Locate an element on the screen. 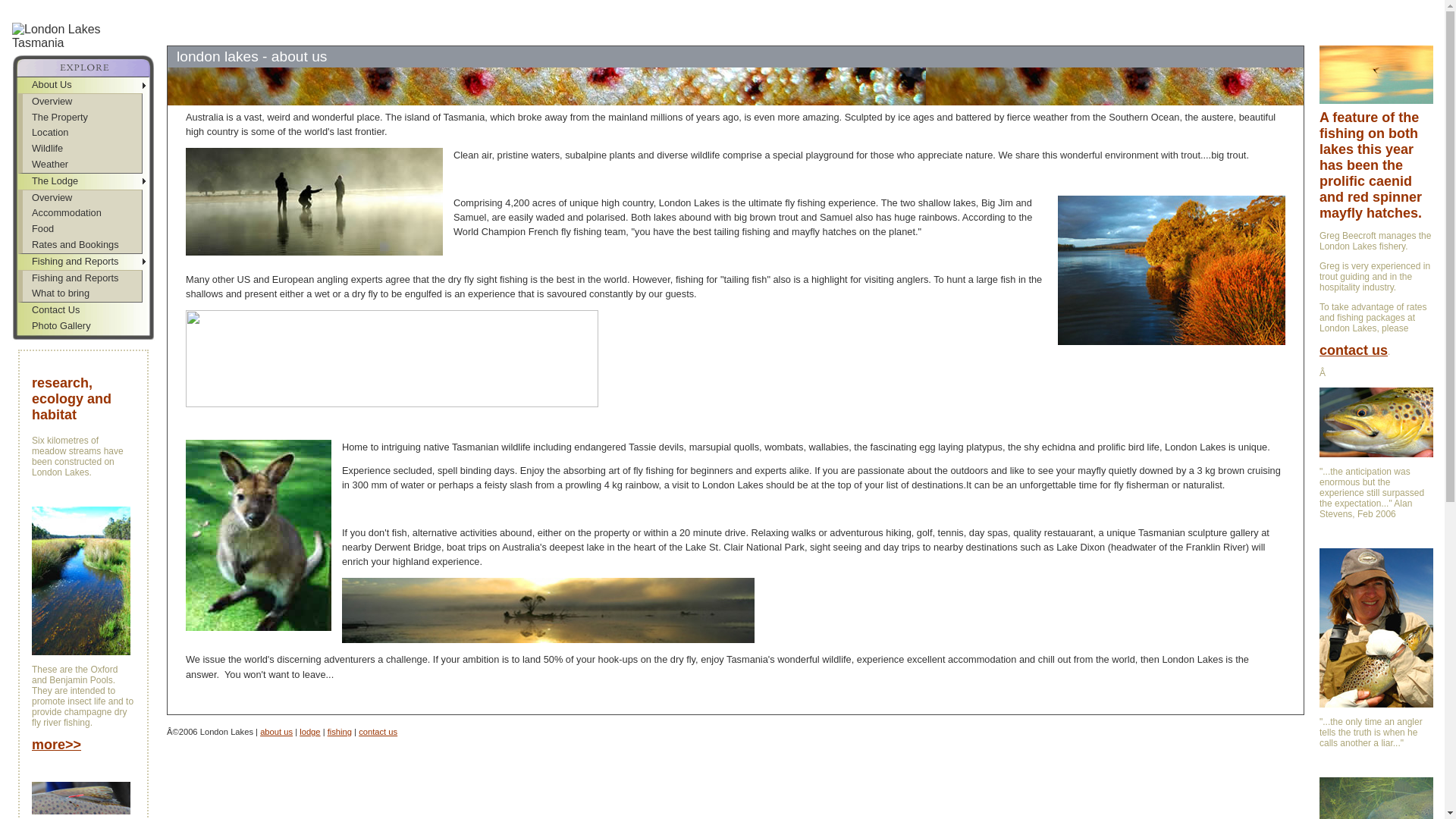 The image size is (1456, 819). 'Skip to Navigation Bar' is located at coordinates (51, 5).